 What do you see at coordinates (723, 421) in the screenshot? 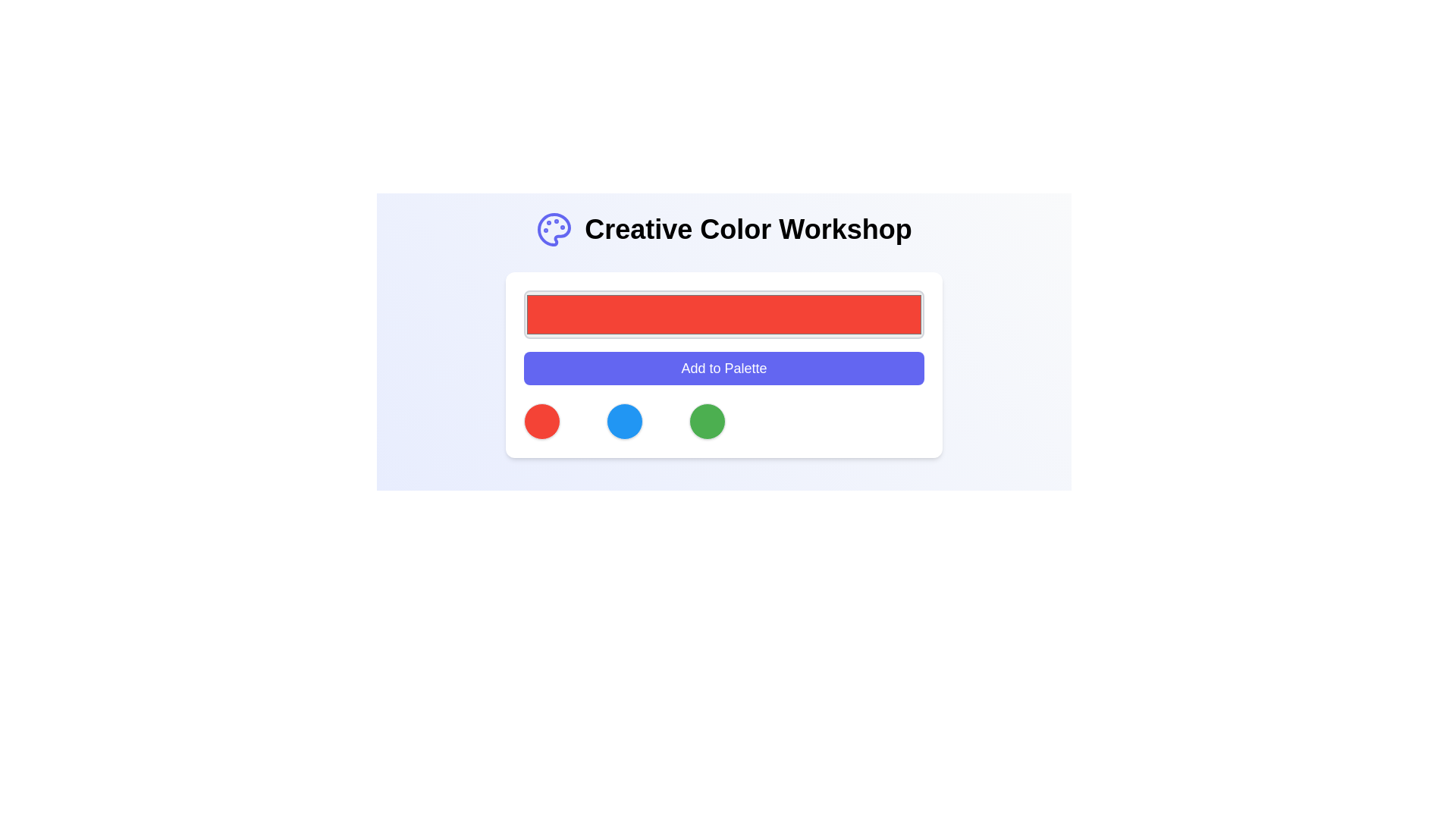
I see `the individual circular button in the row of three circular buttons, which are colored red, blue, and green` at bounding box center [723, 421].